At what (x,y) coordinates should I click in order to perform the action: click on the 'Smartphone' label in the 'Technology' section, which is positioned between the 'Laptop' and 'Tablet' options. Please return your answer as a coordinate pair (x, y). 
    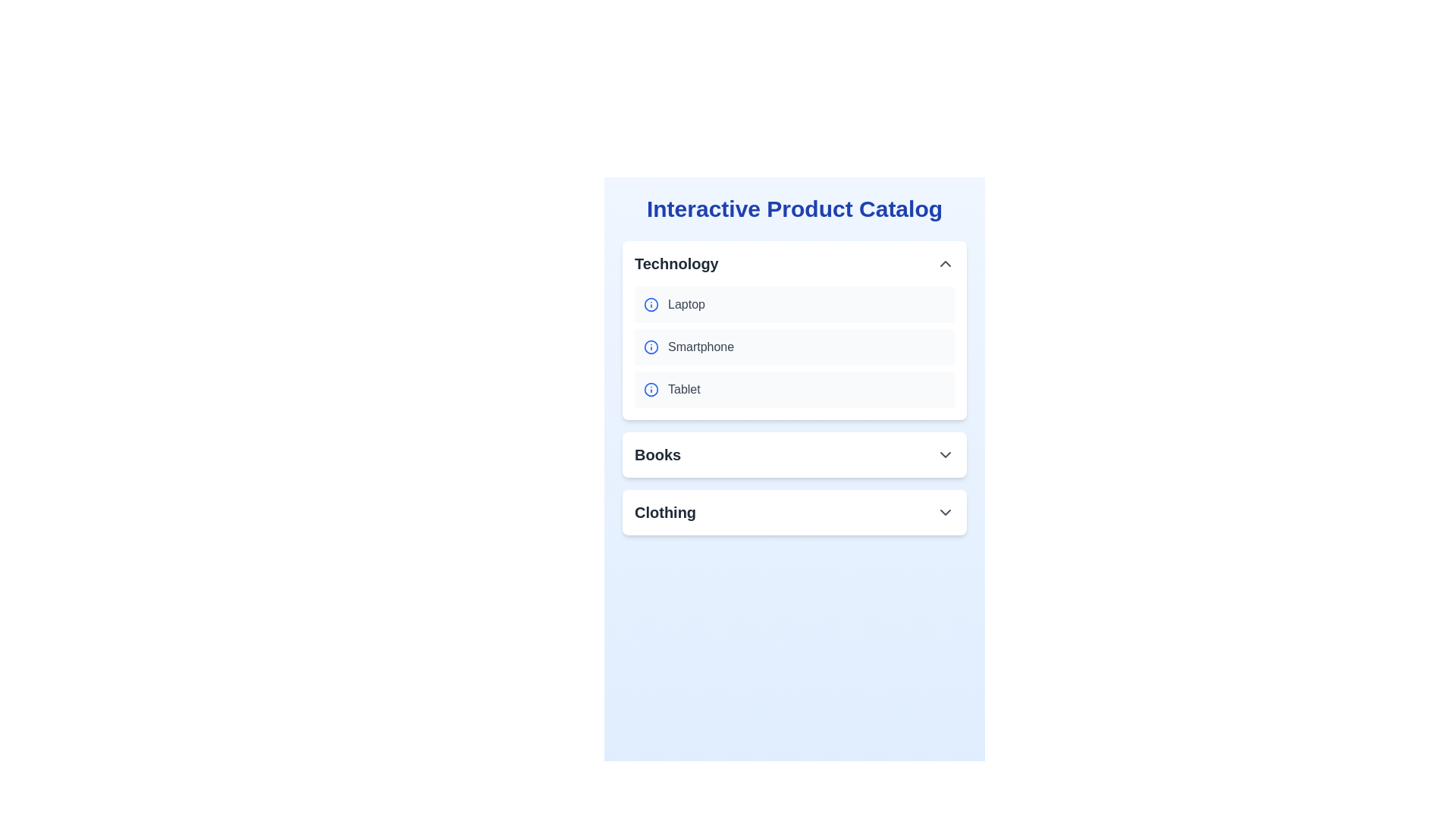
    Looking at the image, I should click on (700, 347).